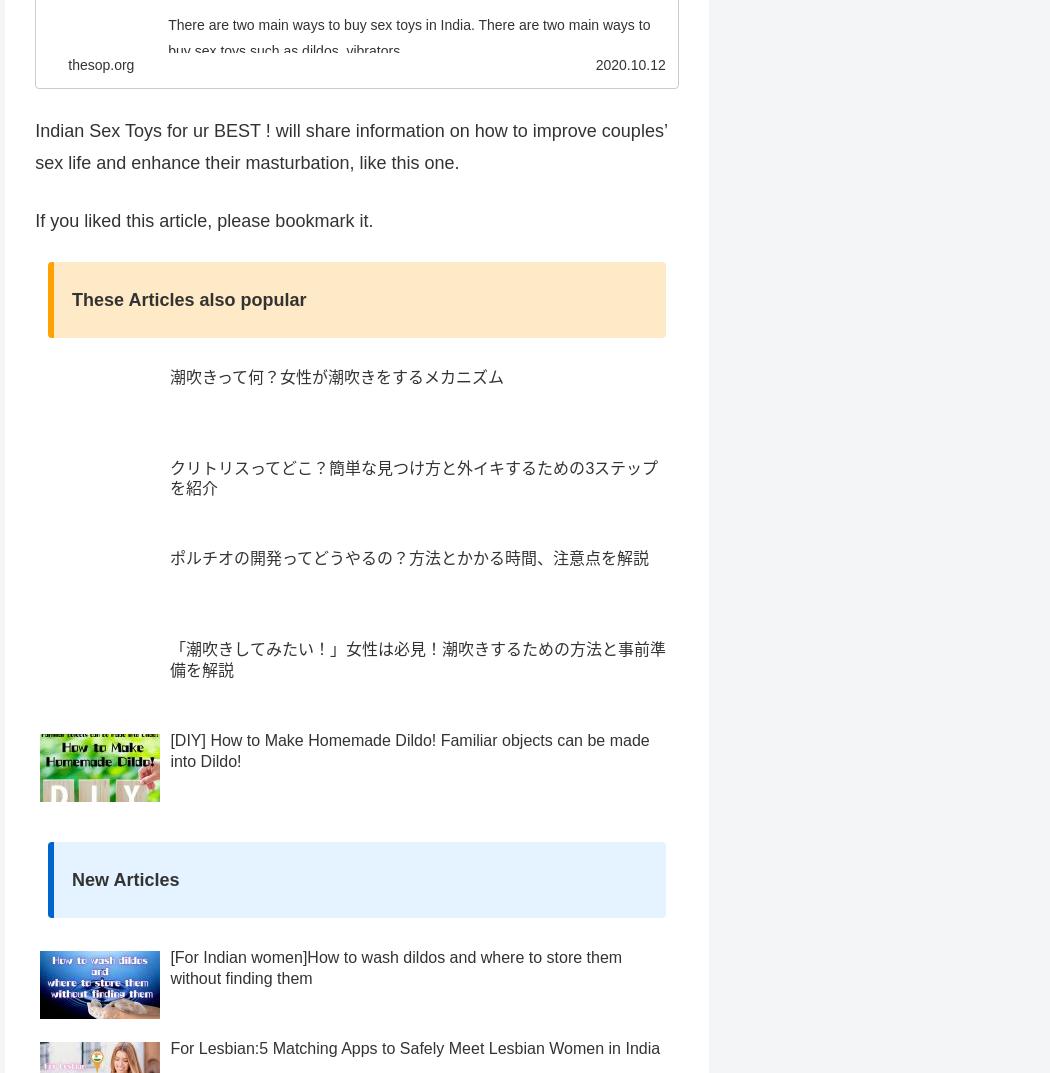 The height and width of the screenshot is (1073, 1050). Describe the element at coordinates (630, 102) in the screenshot. I see `'2020.10.12'` at that location.